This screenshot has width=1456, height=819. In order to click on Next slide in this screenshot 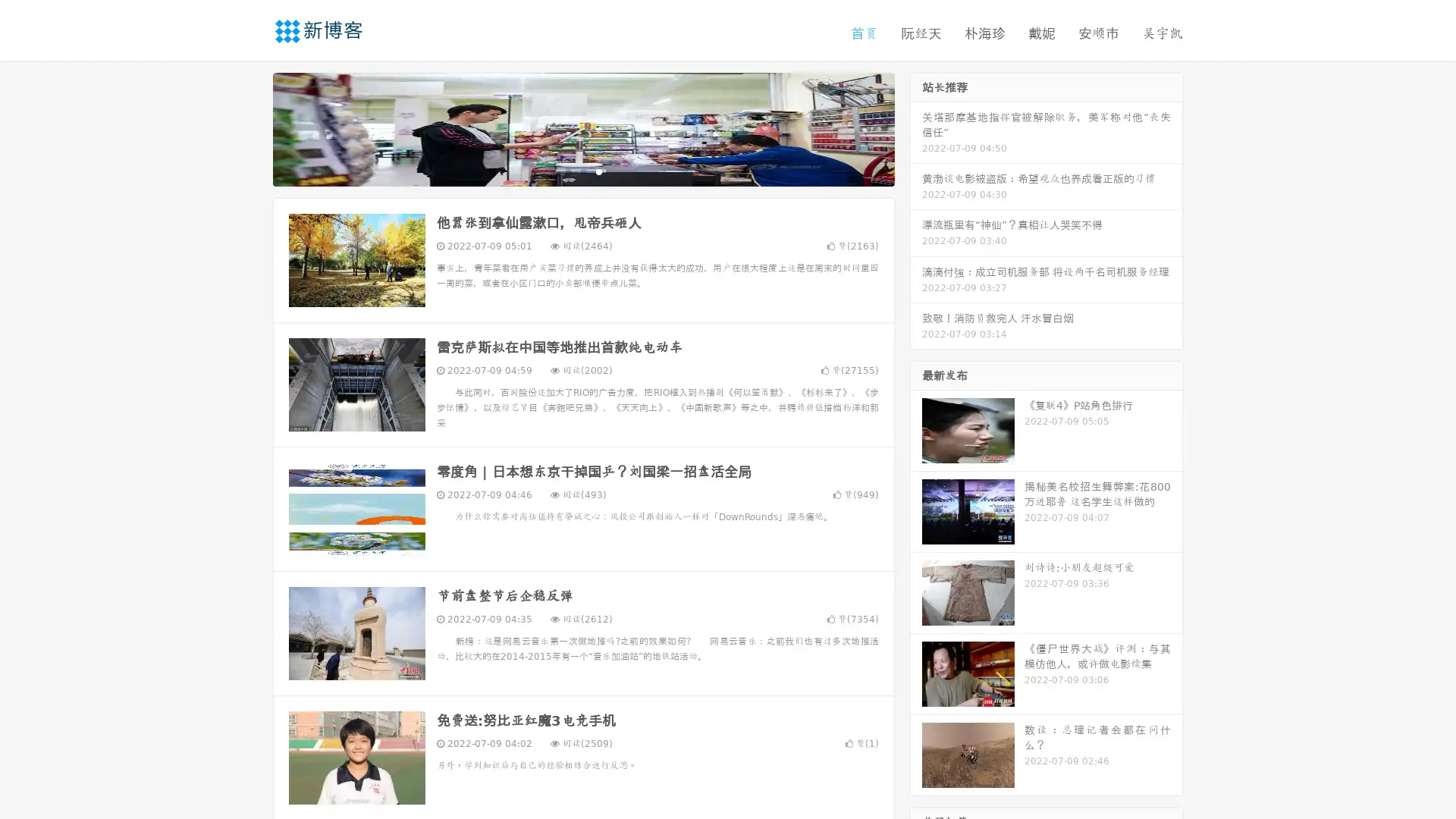, I will do `click(916, 127)`.